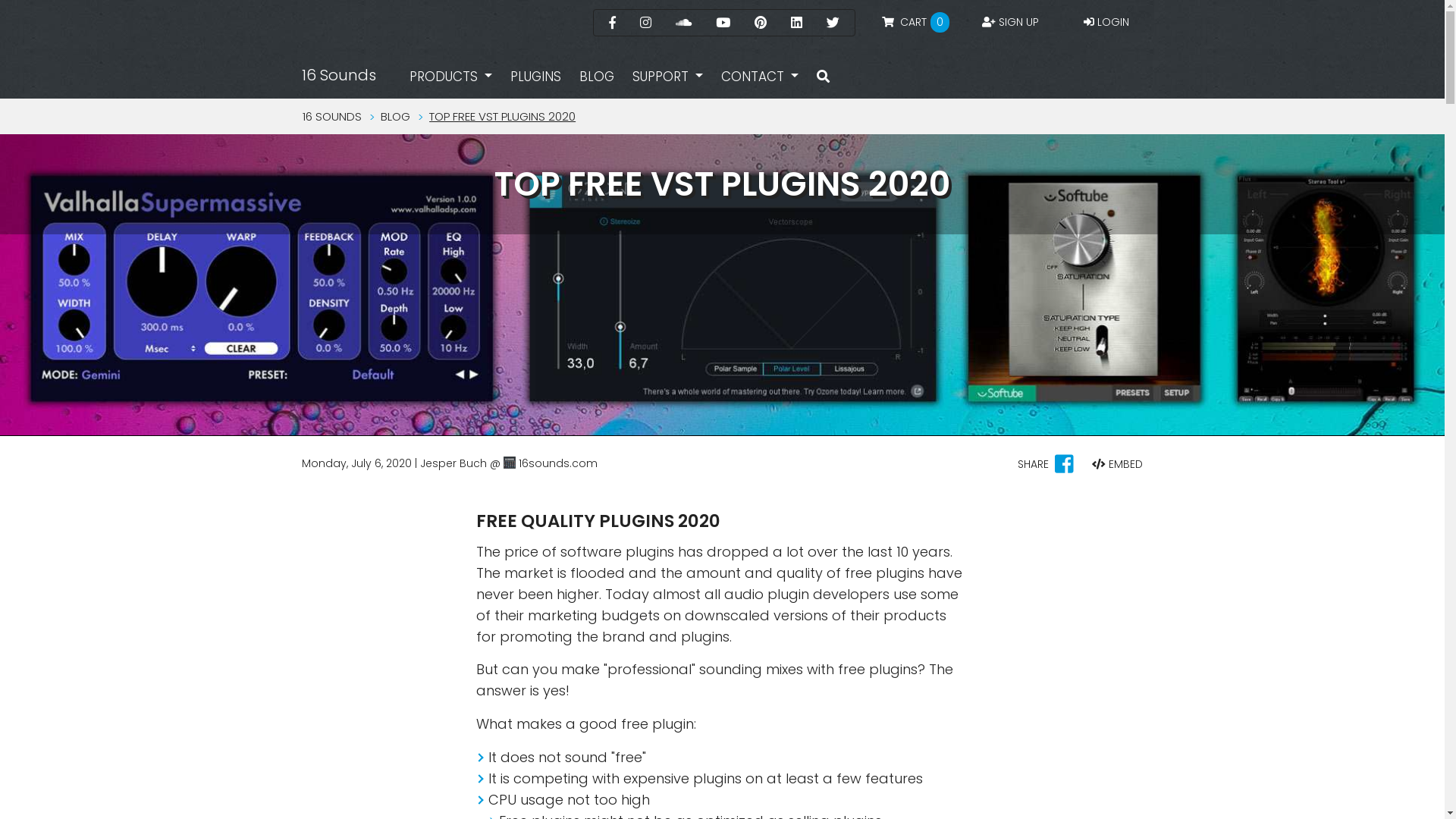  Describe the element at coordinates (626, 76) in the screenshot. I see `'SUPPORT'` at that location.